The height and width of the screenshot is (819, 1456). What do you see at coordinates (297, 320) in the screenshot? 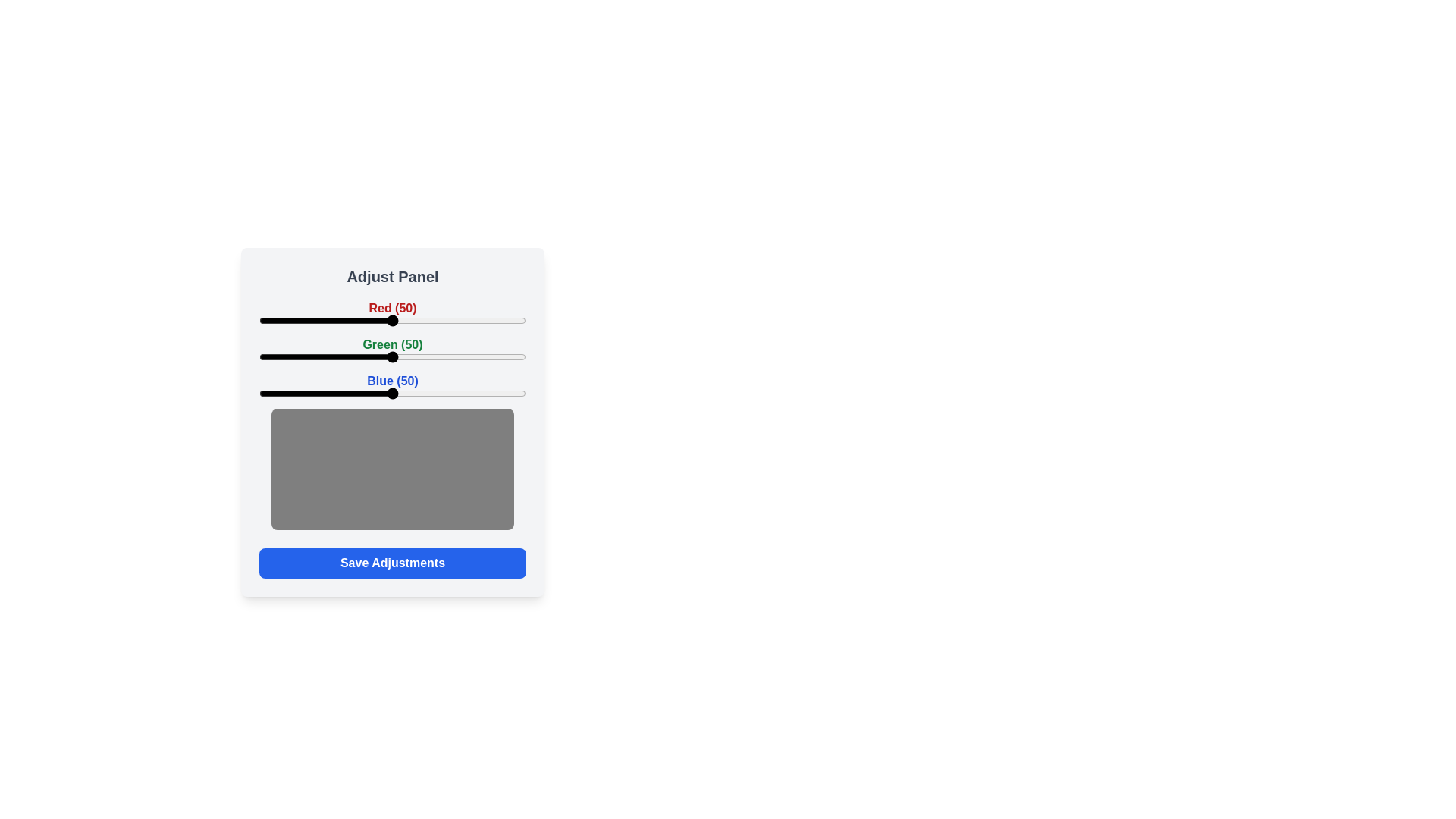
I see `the red slider to 14` at bounding box center [297, 320].